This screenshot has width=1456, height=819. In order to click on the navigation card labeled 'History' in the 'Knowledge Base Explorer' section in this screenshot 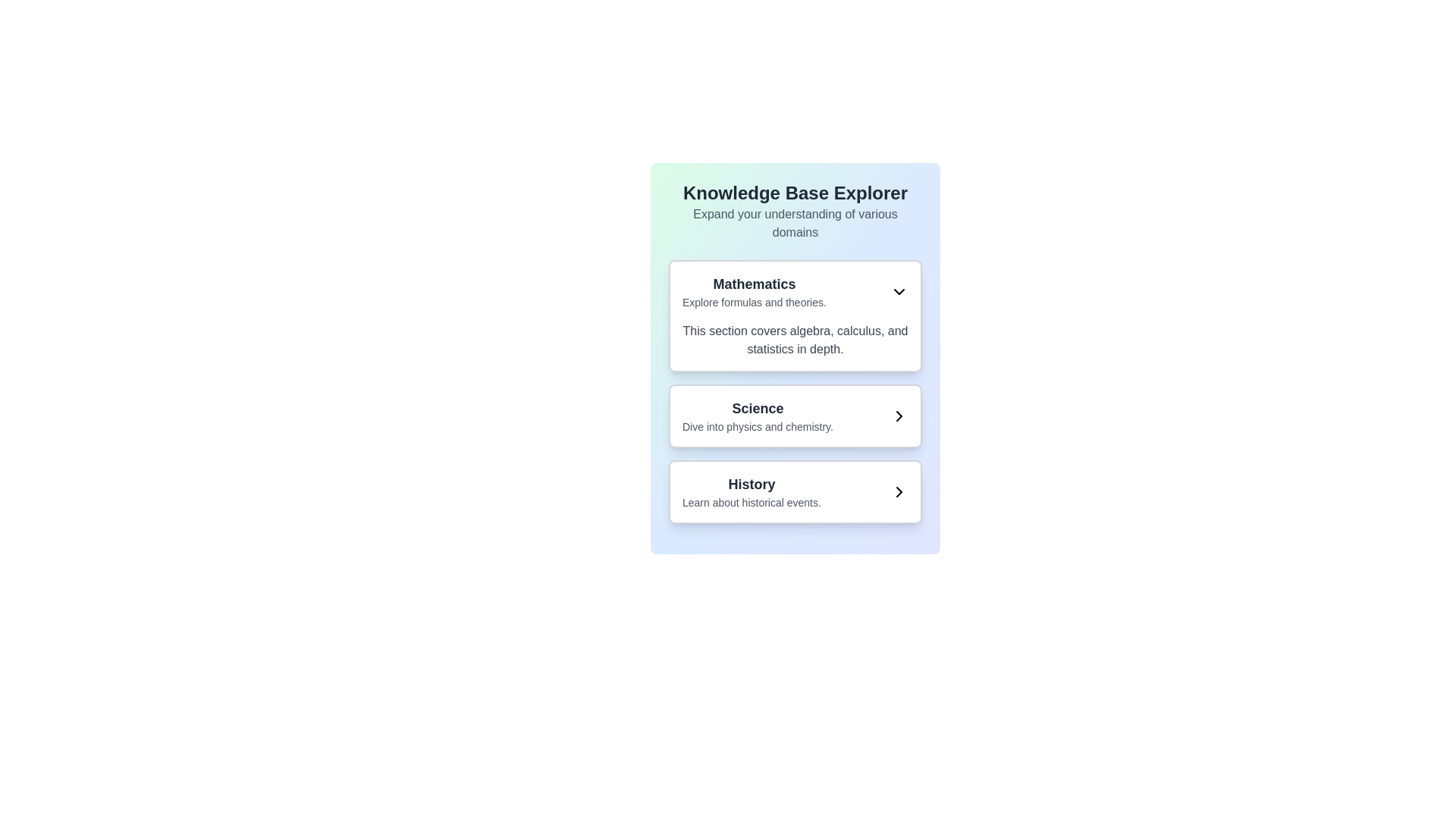, I will do `click(795, 491)`.